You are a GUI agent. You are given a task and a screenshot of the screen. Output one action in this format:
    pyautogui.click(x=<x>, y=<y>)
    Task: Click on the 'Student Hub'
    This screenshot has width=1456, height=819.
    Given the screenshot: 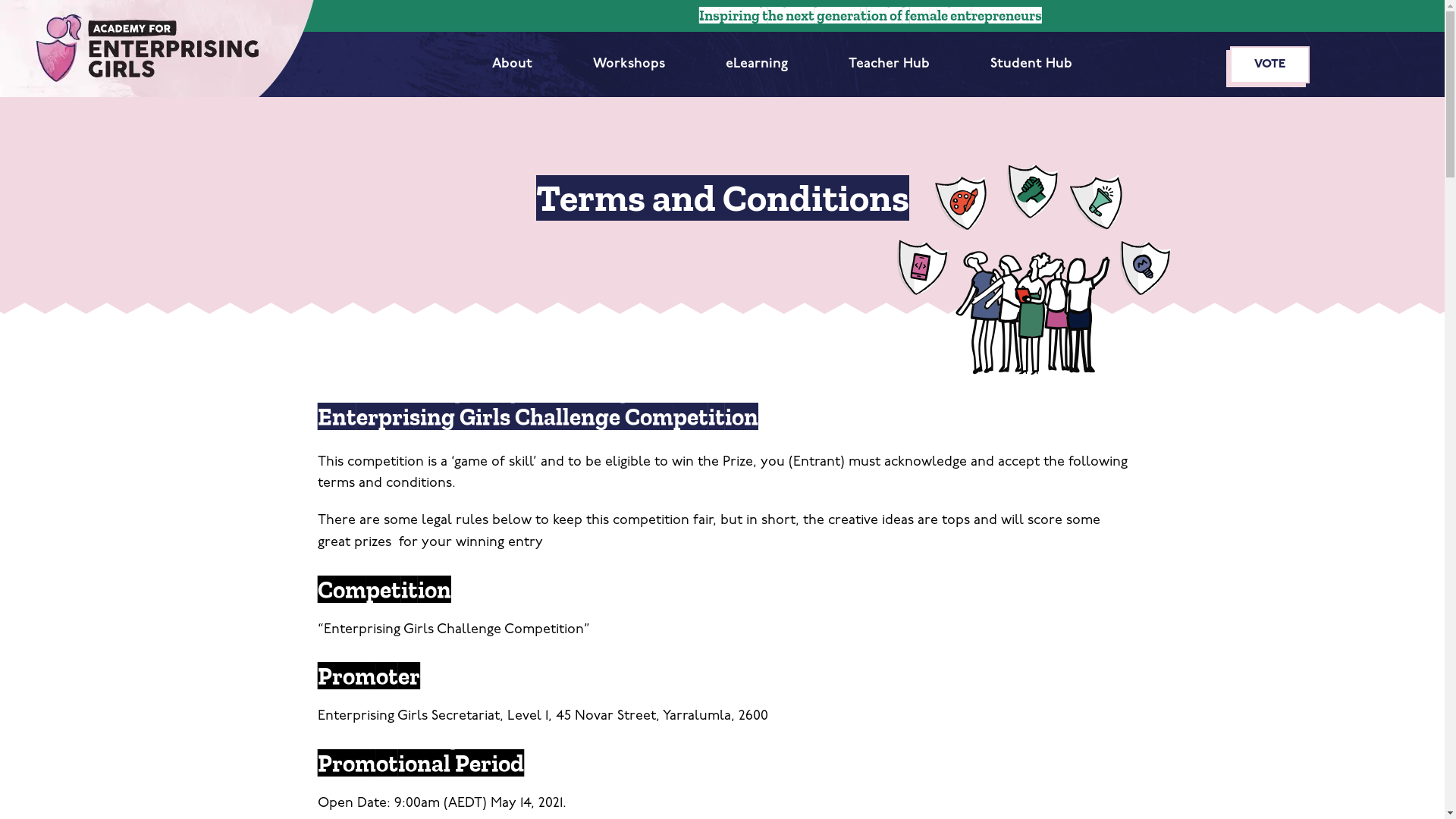 What is the action you would take?
    pyautogui.click(x=1031, y=64)
    